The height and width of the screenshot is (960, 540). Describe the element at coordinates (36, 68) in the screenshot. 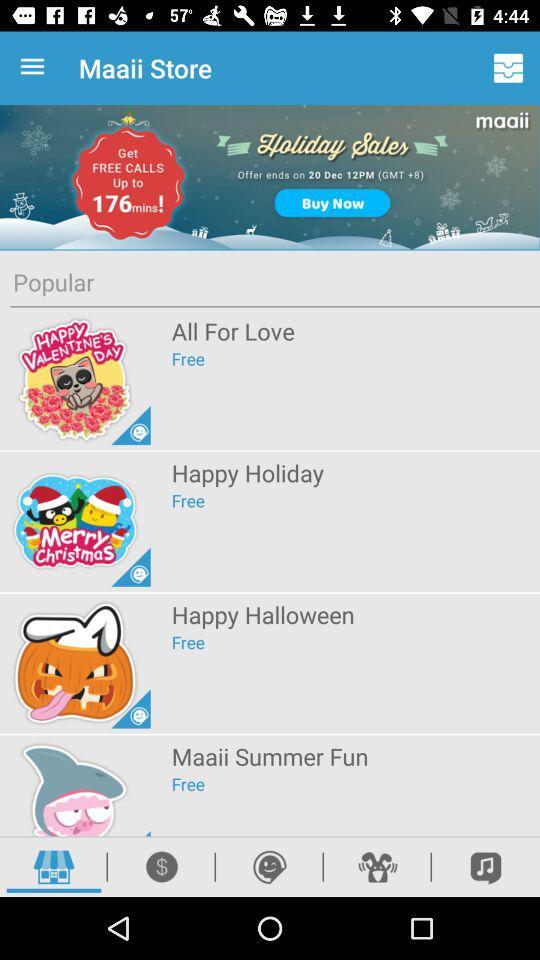

I see `icon to the left of the maaii store item` at that location.